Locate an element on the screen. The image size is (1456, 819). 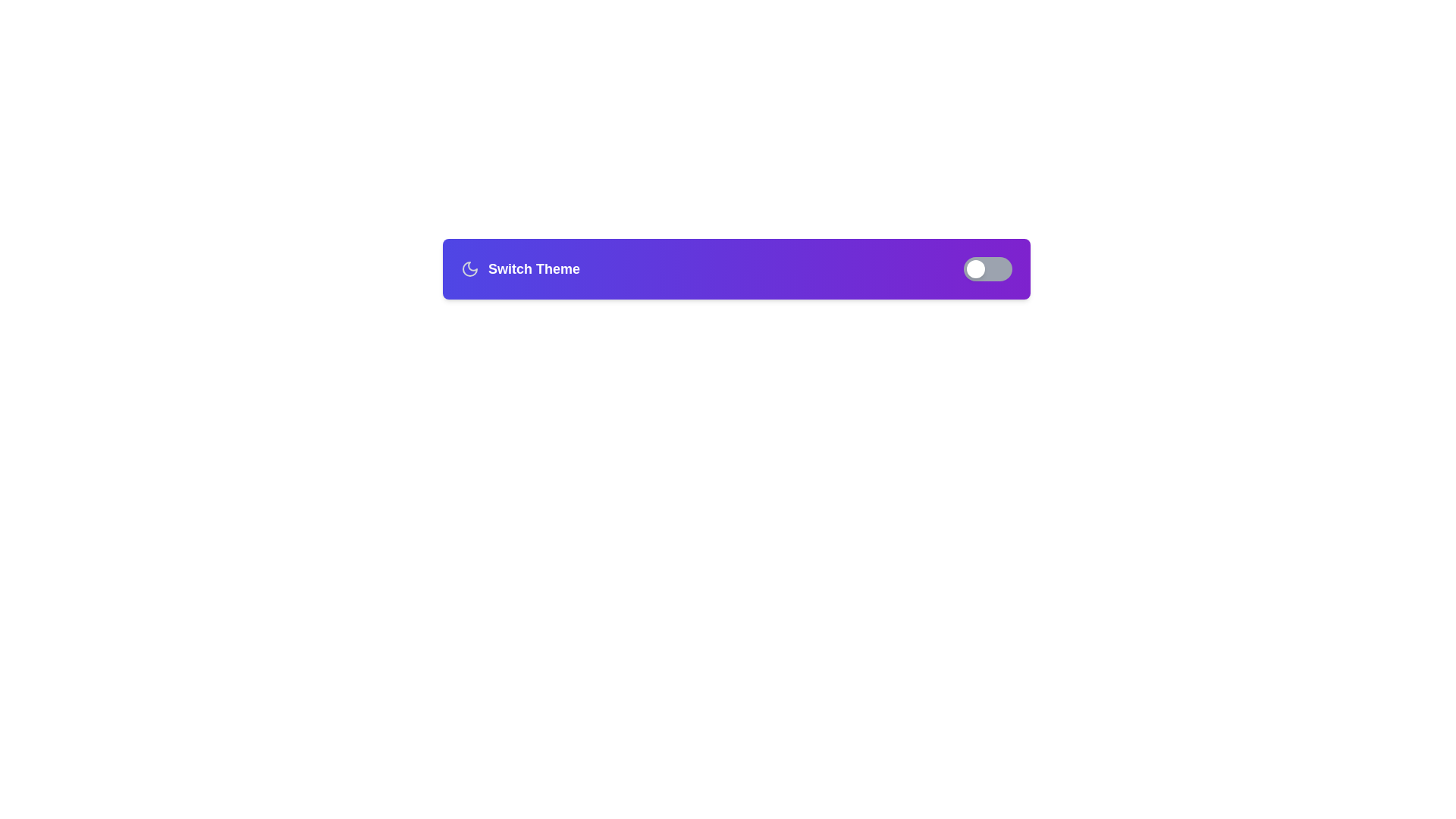
the 'Switch Theme' text label, which is prominently displayed in white on a vibrant purple background, located centrally between a moon icon and a toggle switch is located at coordinates (534, 268).